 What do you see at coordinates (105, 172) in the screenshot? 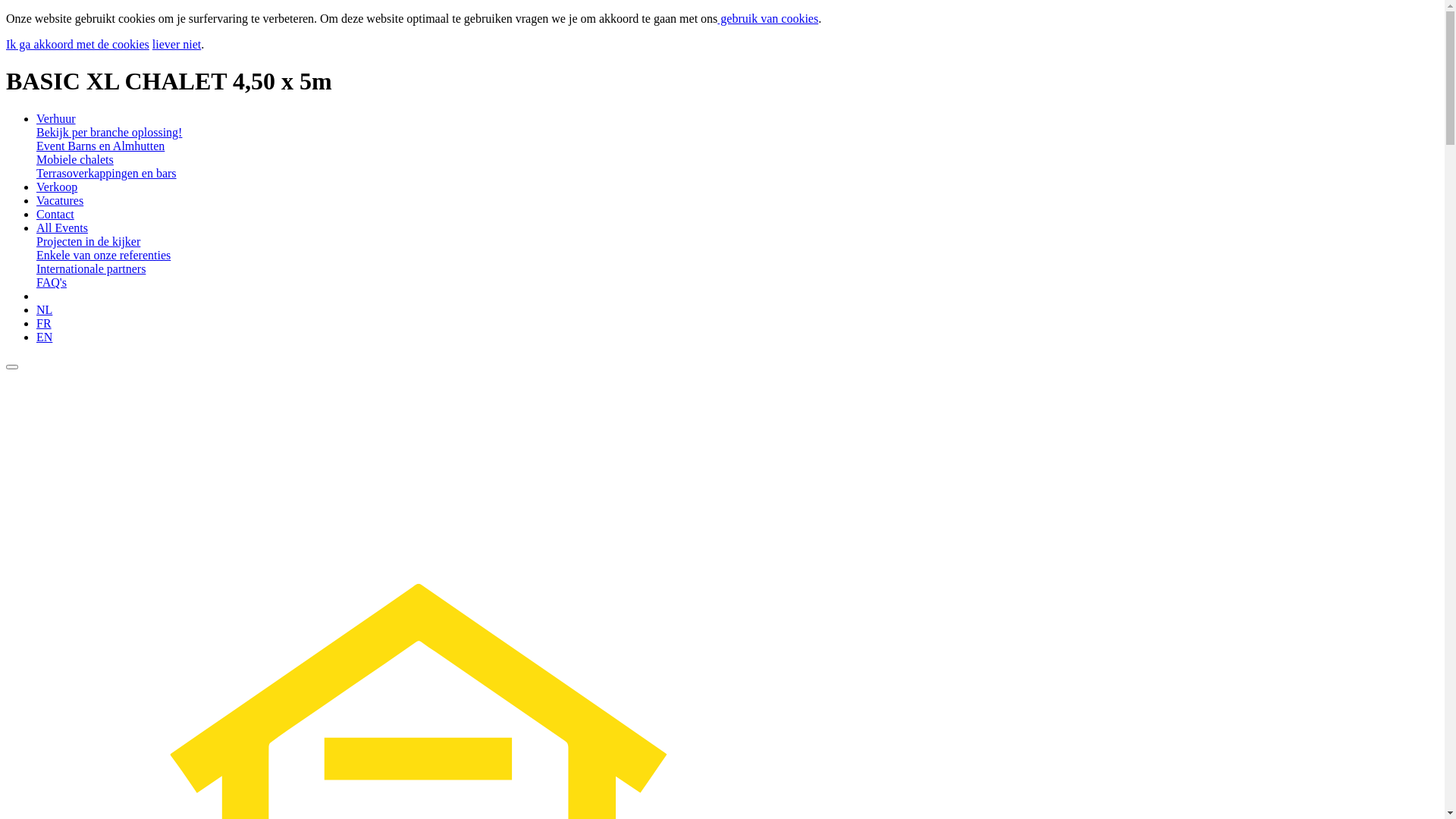
I see `'Terrasoverkappingen en bars'` at bounding box center [105, 172].